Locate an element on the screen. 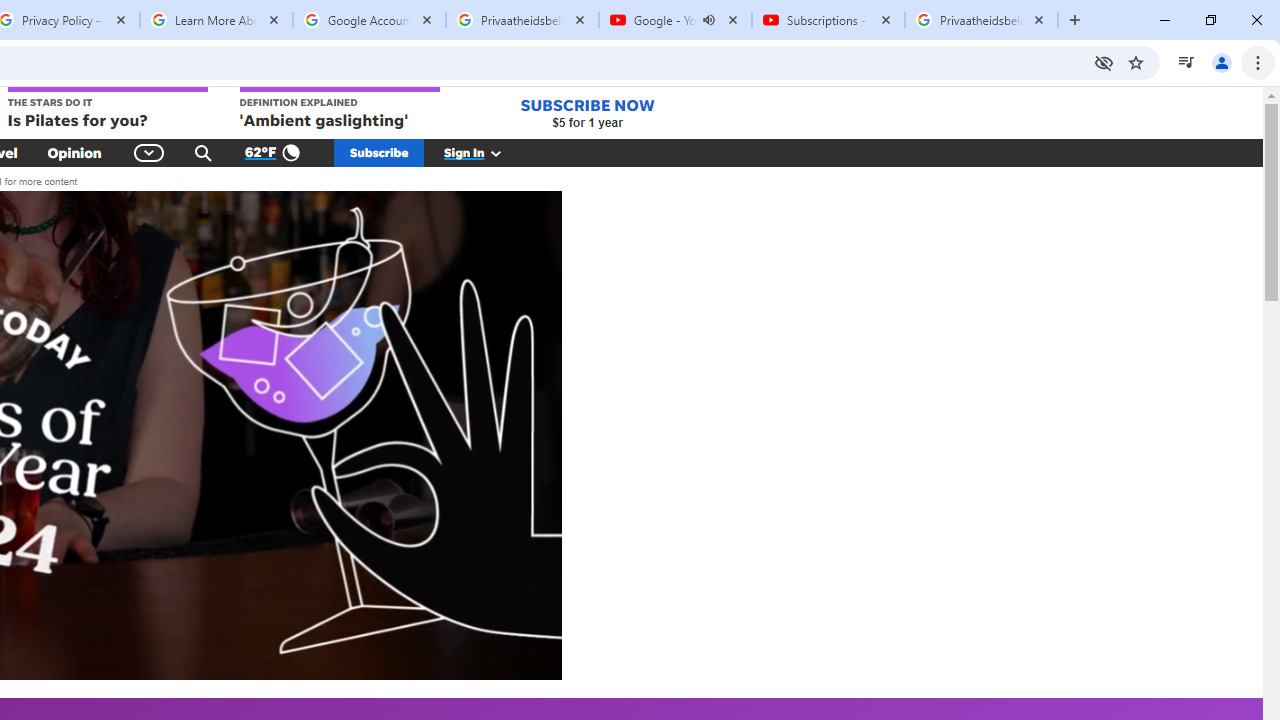 The width and height of the screenshot is (1280, 720). 'DEFINITION EXPLAINED ' is located at coordinates (339, 109).